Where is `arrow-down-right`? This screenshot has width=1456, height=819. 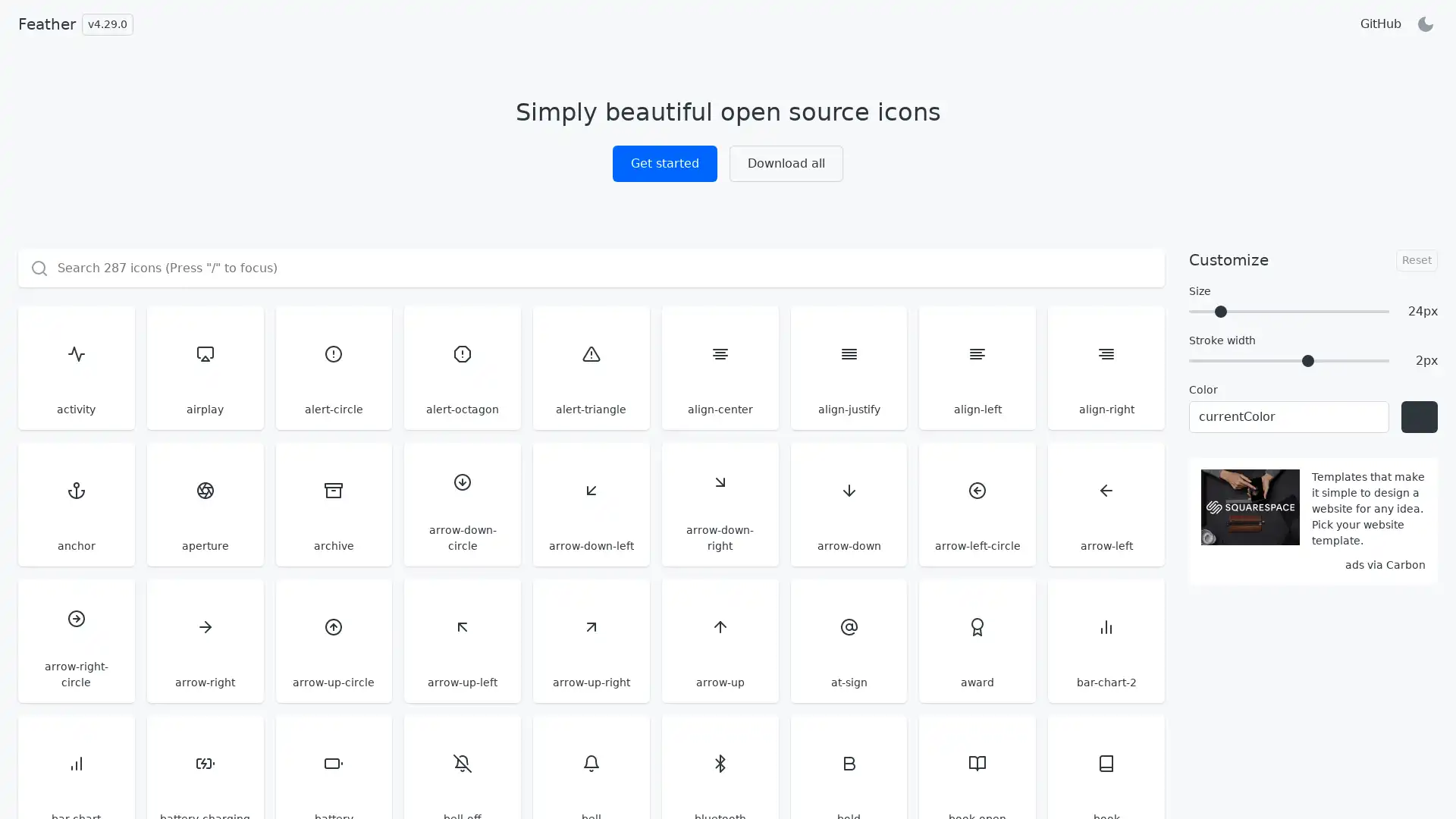 arrow-down-right is located at coordinates (719, 504).